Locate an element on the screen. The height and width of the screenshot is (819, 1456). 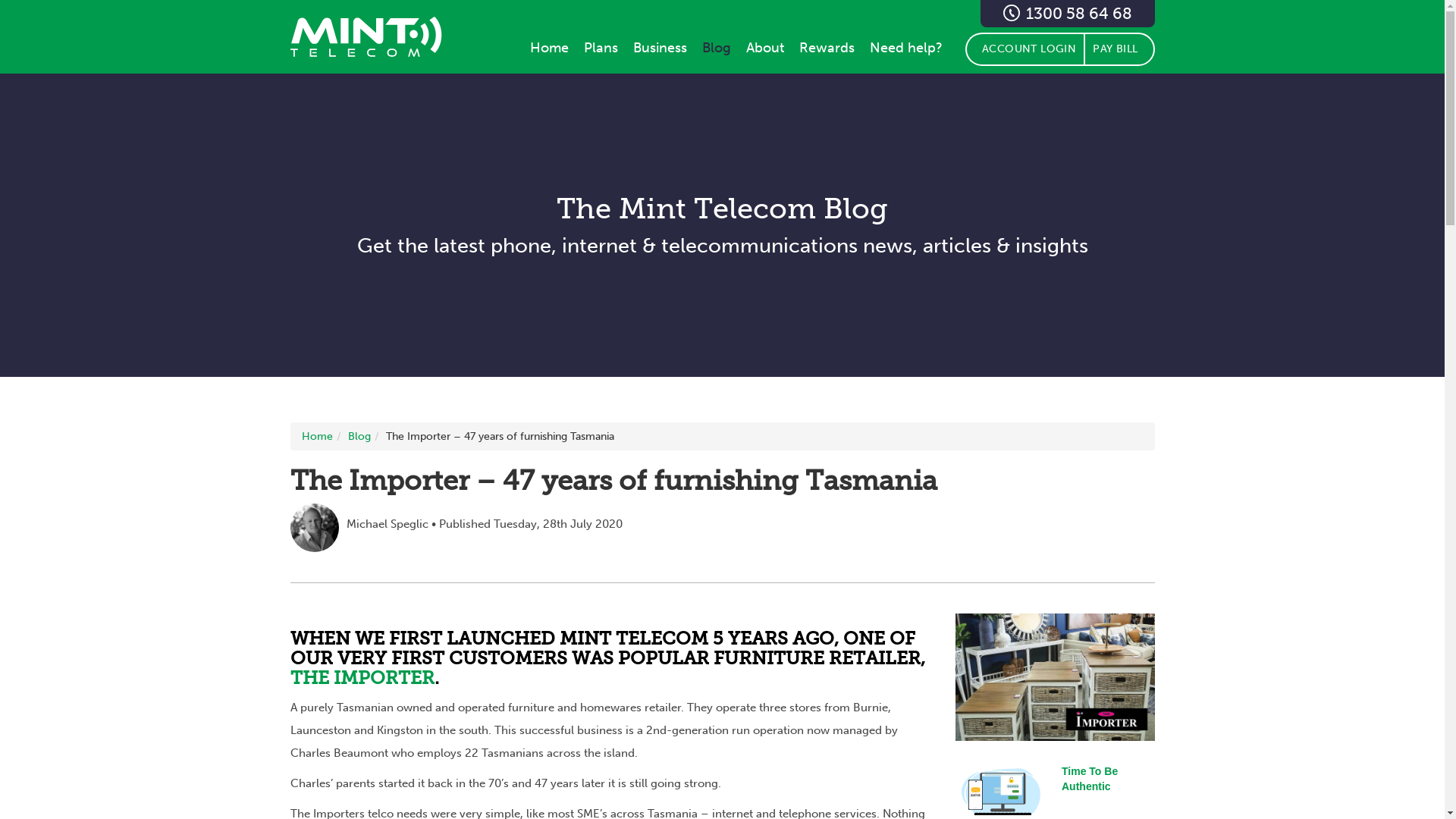
'ACCOUNT LOGIN' is located at coordinates (1024, 49).